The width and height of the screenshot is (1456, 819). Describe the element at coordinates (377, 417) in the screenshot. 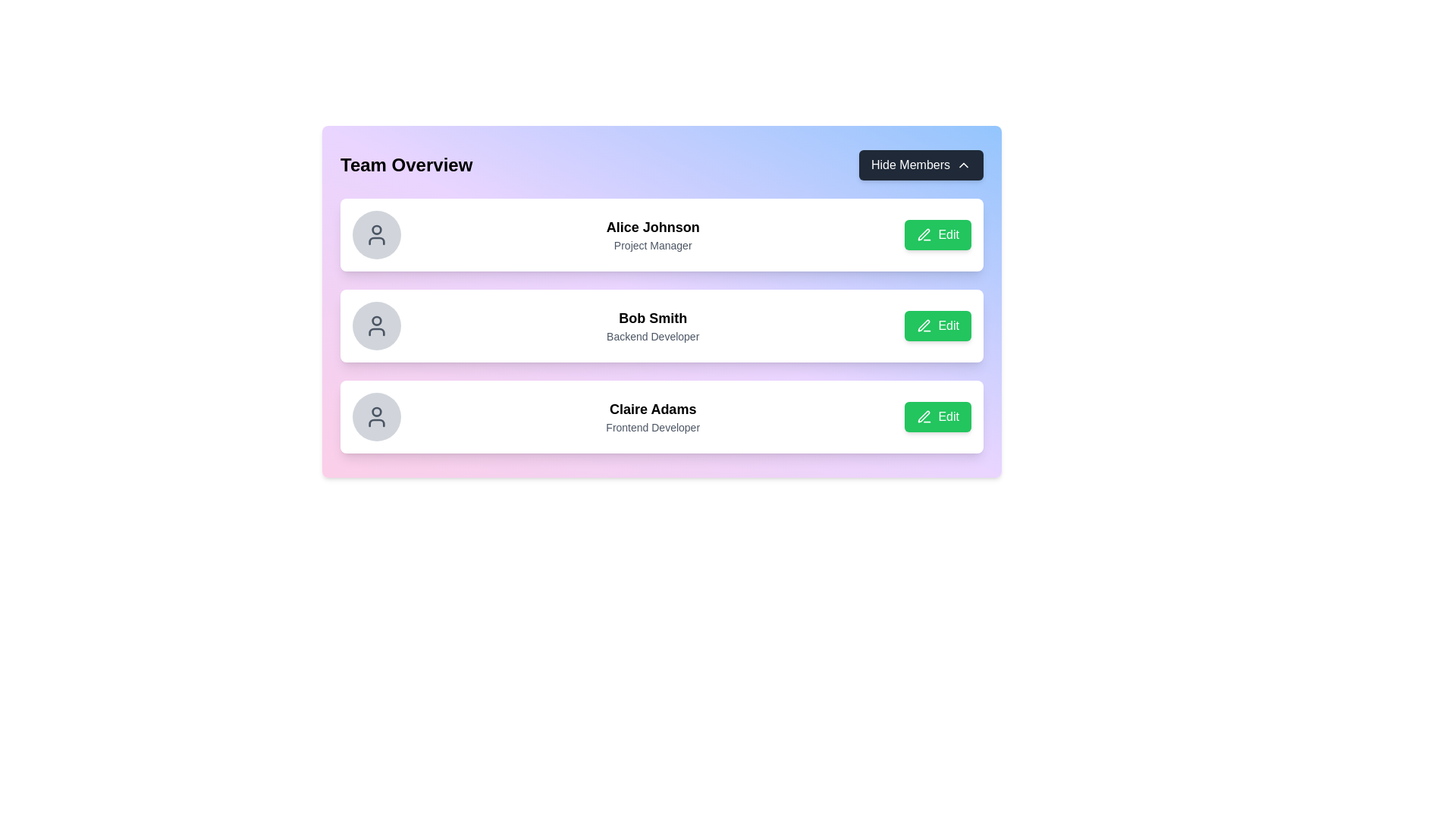

I see `the Profile icon, which is a circular avatar placeholder styled as a person silhouette with a dark gray outline, located in the leftmost position of the third row, adjacent to 'Claire Adams' and her title 'Frontend Developer'` at that location.